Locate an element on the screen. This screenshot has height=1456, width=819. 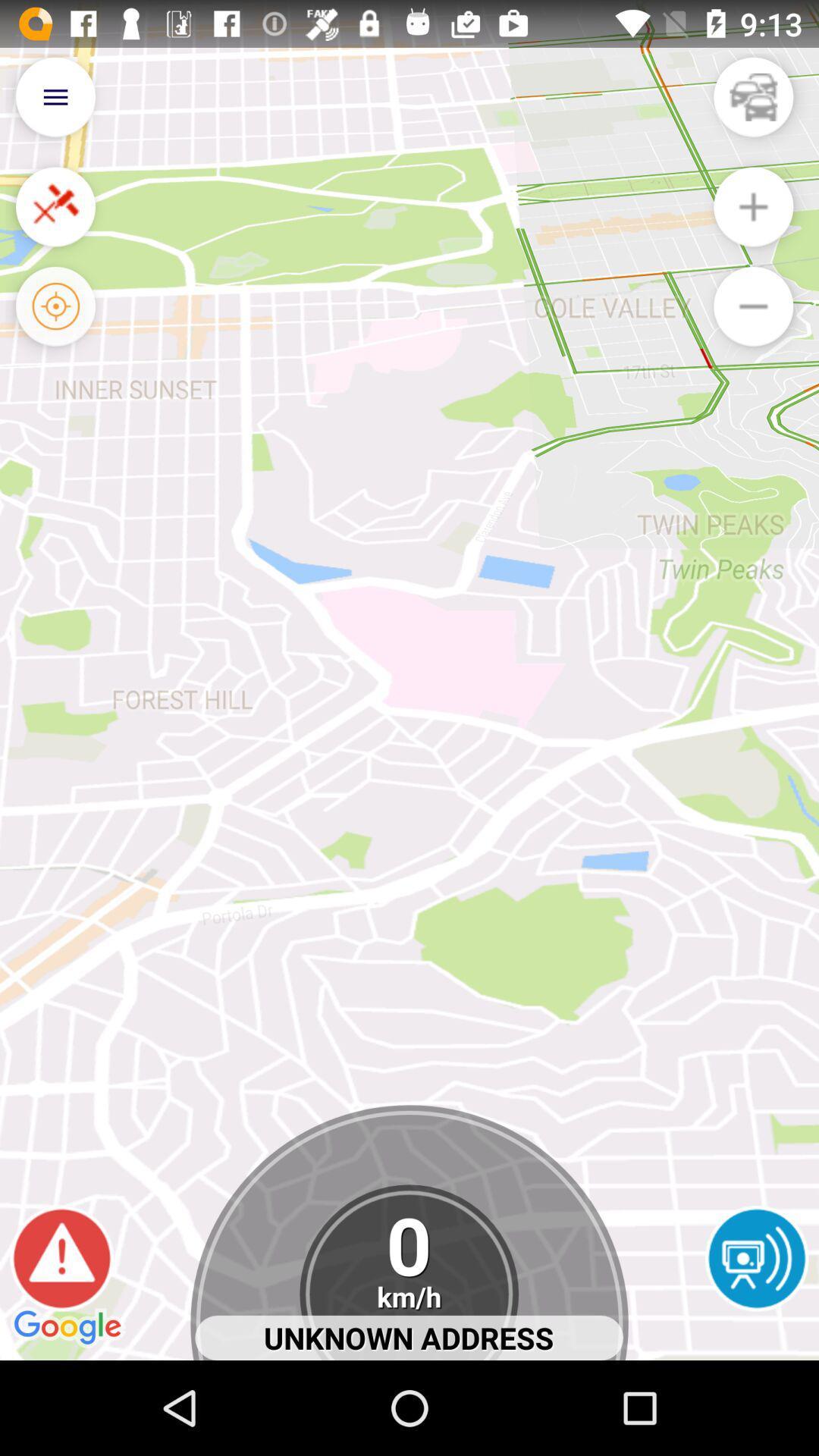
the close icon is located at coordinates (55, 221).